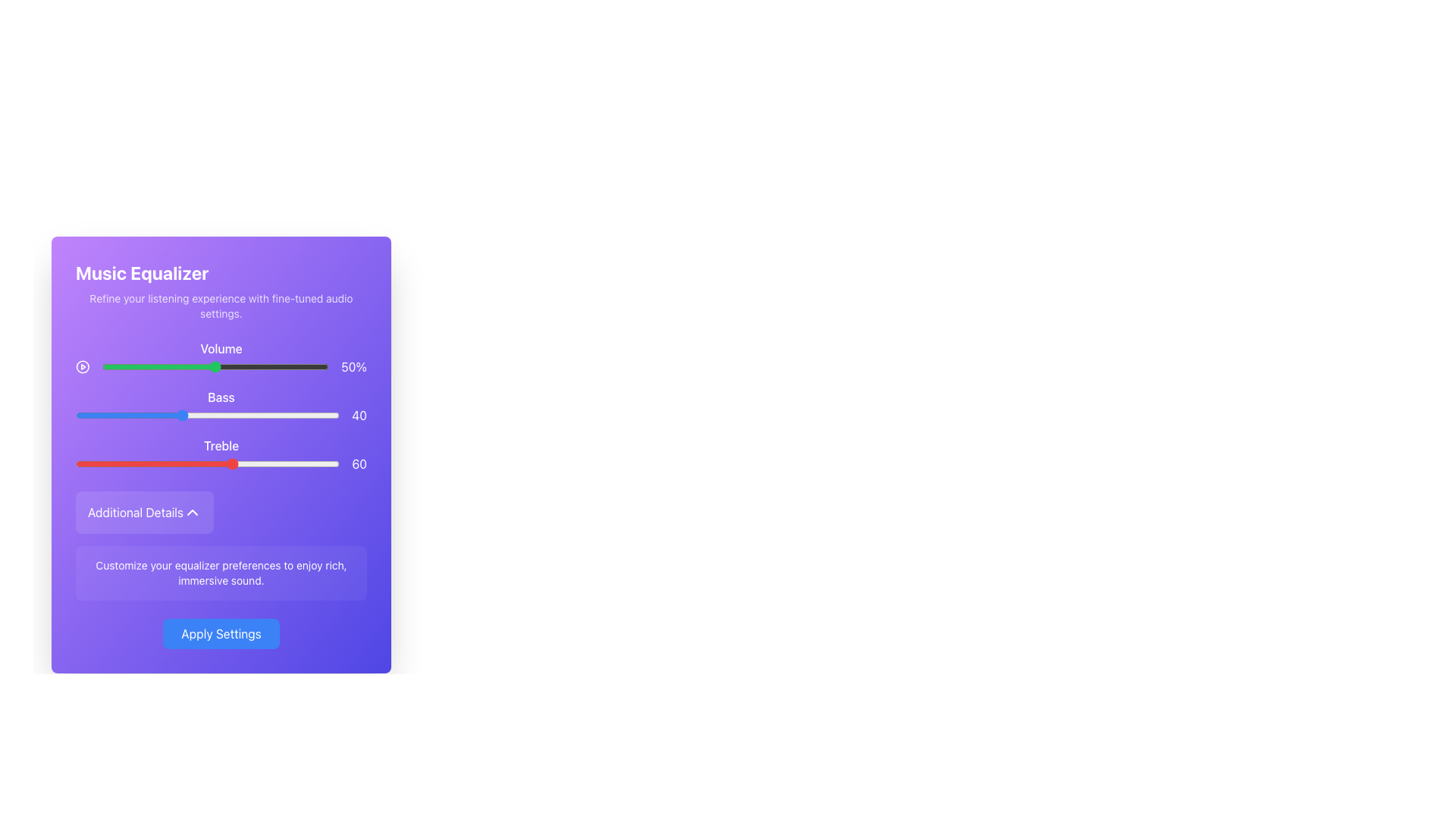  Describe the element at coordinates (101, 463) in the screenshot. I see `the treble level` at that location.